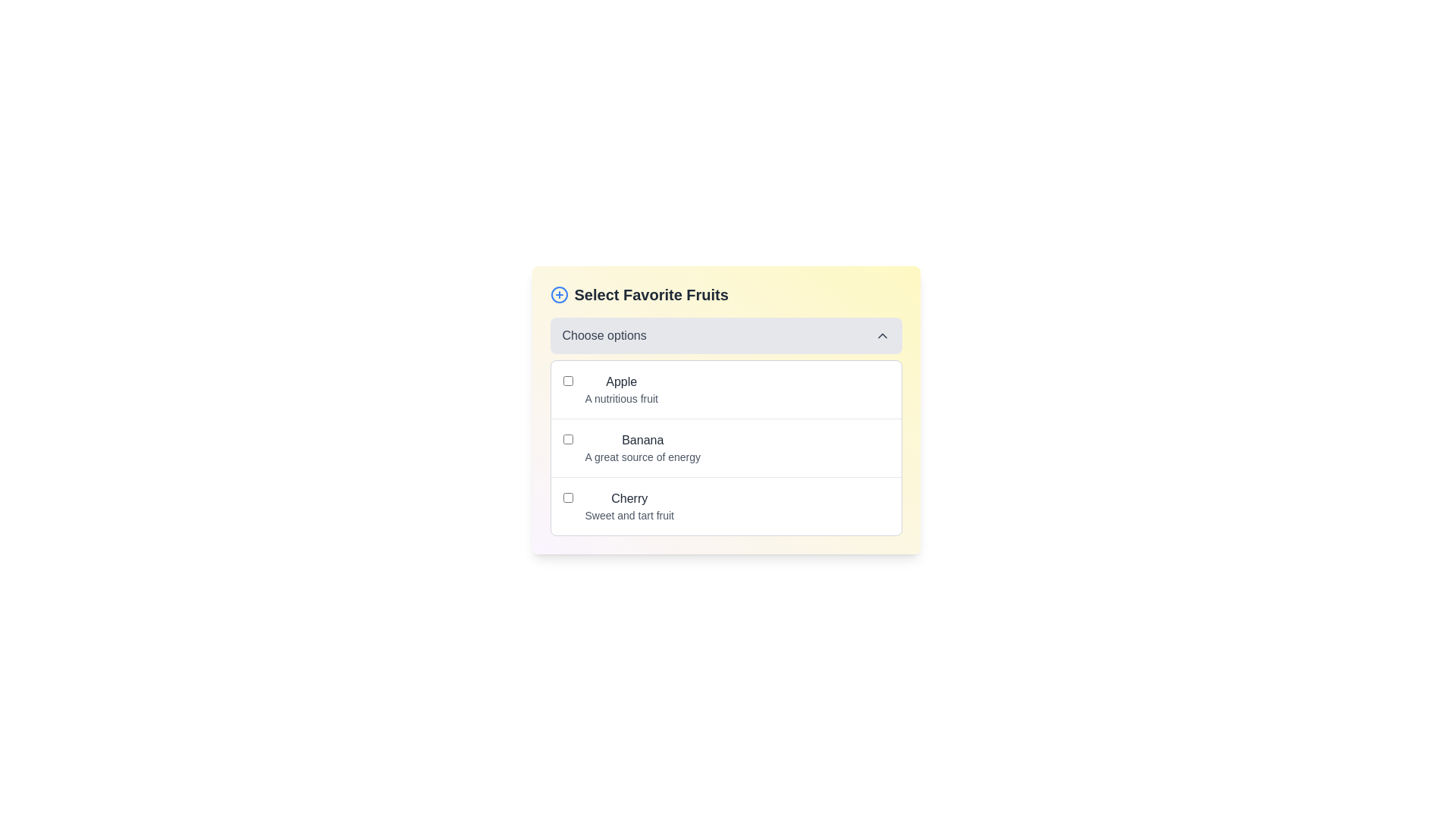 The width and height of the screenshot is (1456, 819). Describe the element at coordinates (621, 381) in the screenshot. I see `the label displaying the text 'Apple' in dark gray color, which is the first item in the 'Select Favorite Fruits' section, adjacent to a checkbox` at that location.